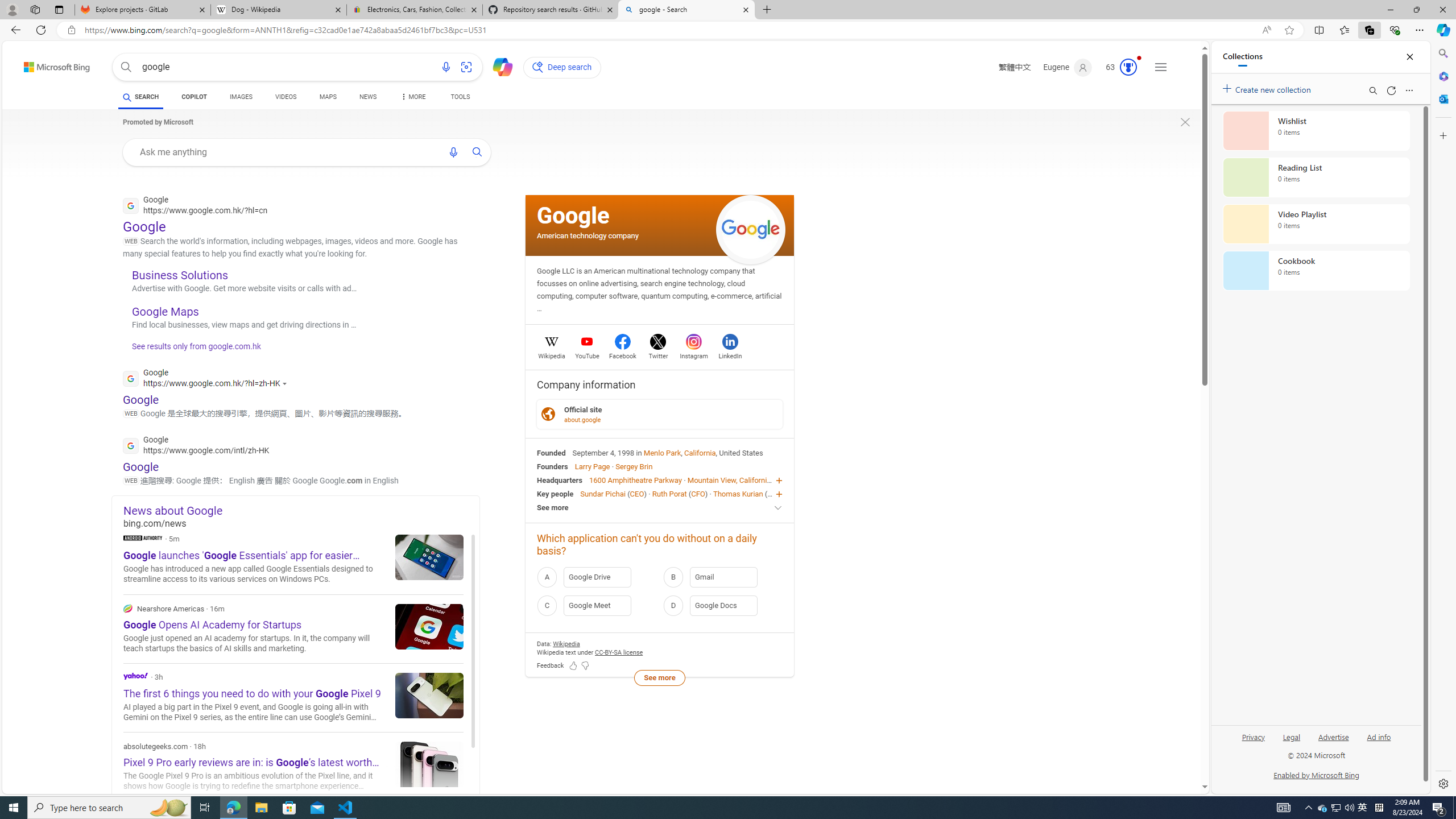 This screenshot has width=1456, height=819. I want to click on 'Feedback Like', so click(573, 666).